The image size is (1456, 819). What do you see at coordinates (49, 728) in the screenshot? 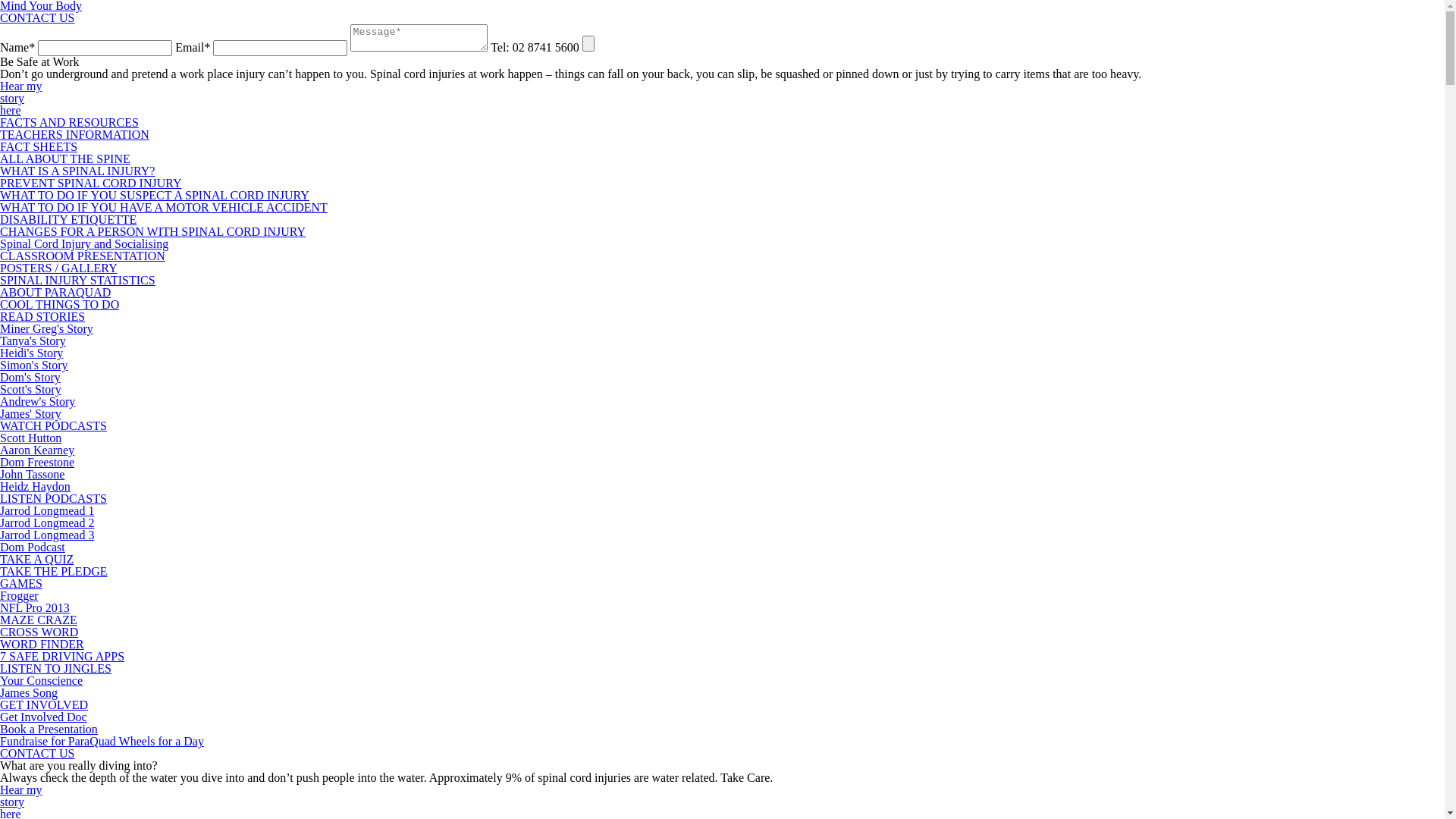
I see `'Book a Presentation'` at bounding box center [49, 728].